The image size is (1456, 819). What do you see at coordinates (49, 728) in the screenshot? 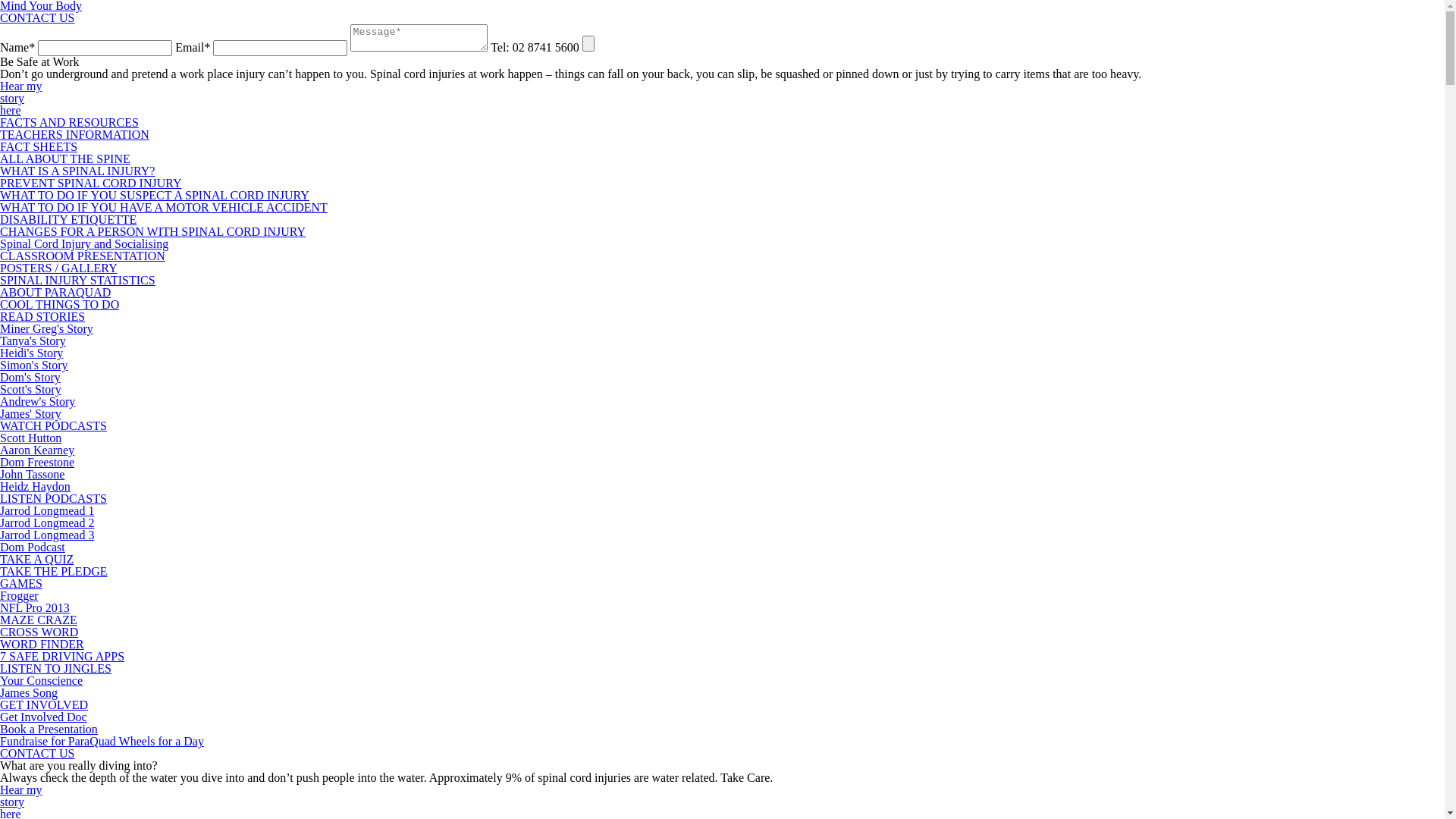
I see `'Book a Presentation'` at bounding box center [49, 728].